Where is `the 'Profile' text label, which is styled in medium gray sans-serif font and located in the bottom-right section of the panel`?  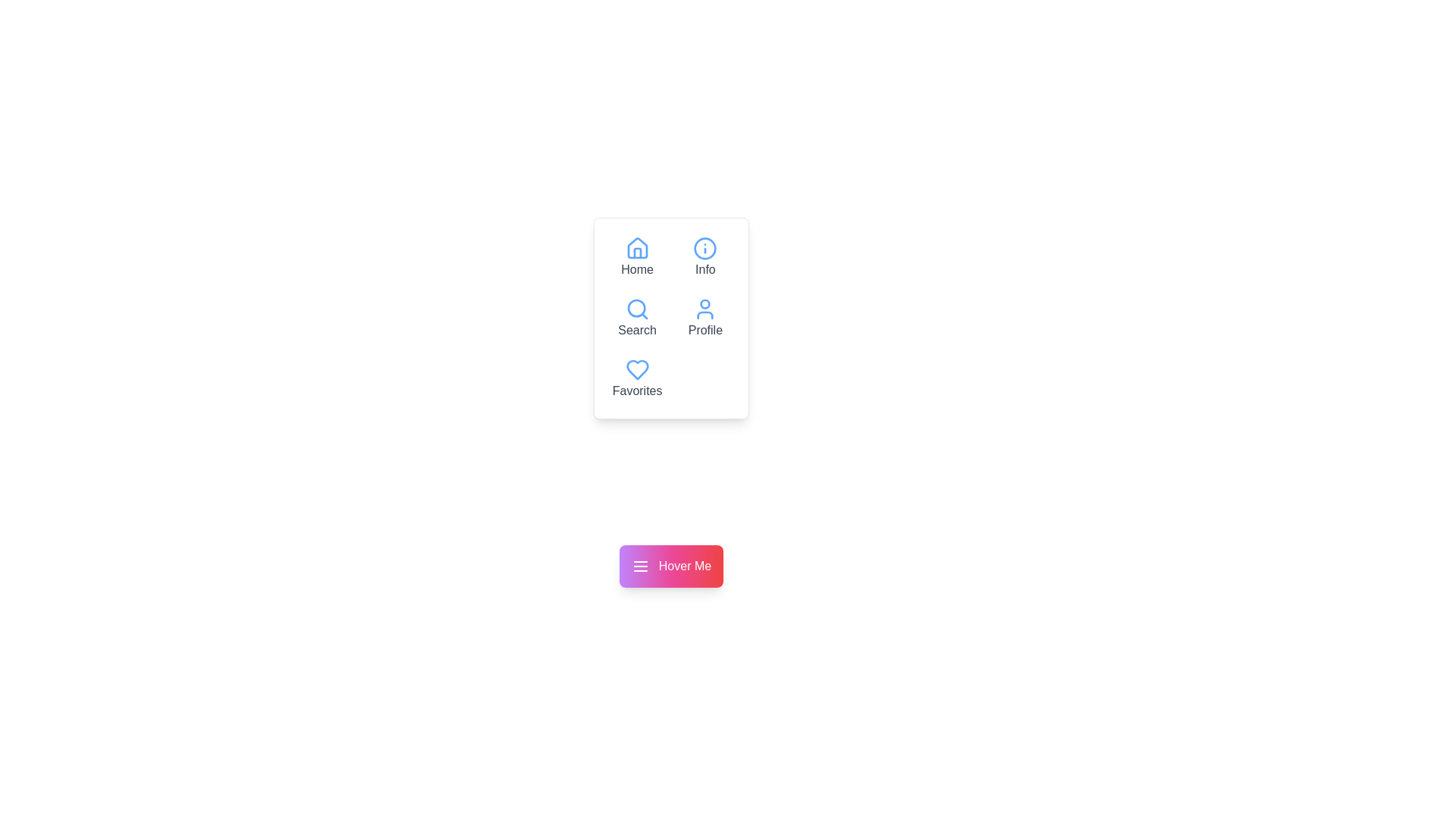
the 'Profile' text label, which is styled in medium gray sans-serif font and located in the bottom-right section of the panel is located at coordinates (704, 329).